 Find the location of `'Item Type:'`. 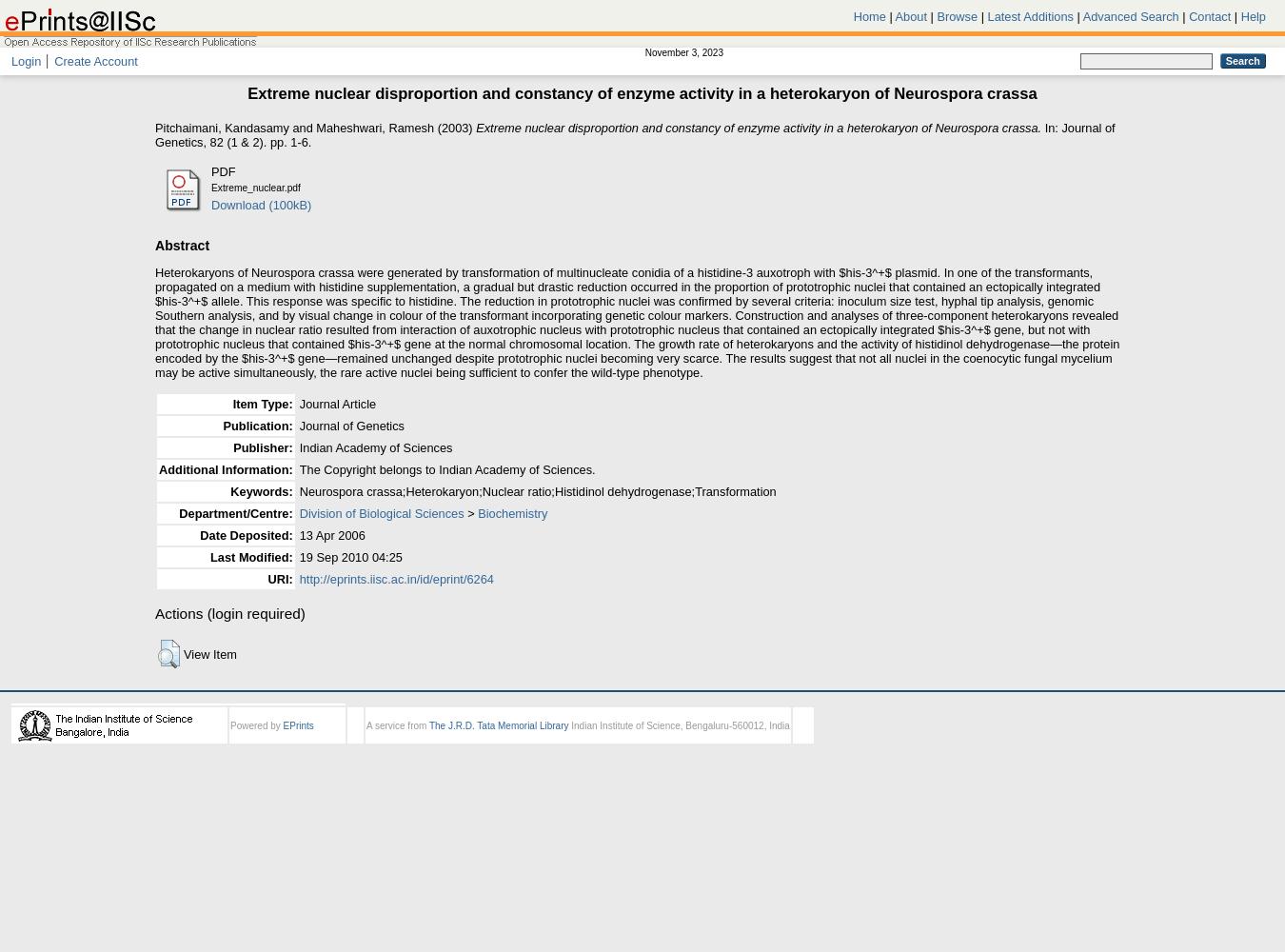

'Item Type:' is located at coordinates (261, 403).